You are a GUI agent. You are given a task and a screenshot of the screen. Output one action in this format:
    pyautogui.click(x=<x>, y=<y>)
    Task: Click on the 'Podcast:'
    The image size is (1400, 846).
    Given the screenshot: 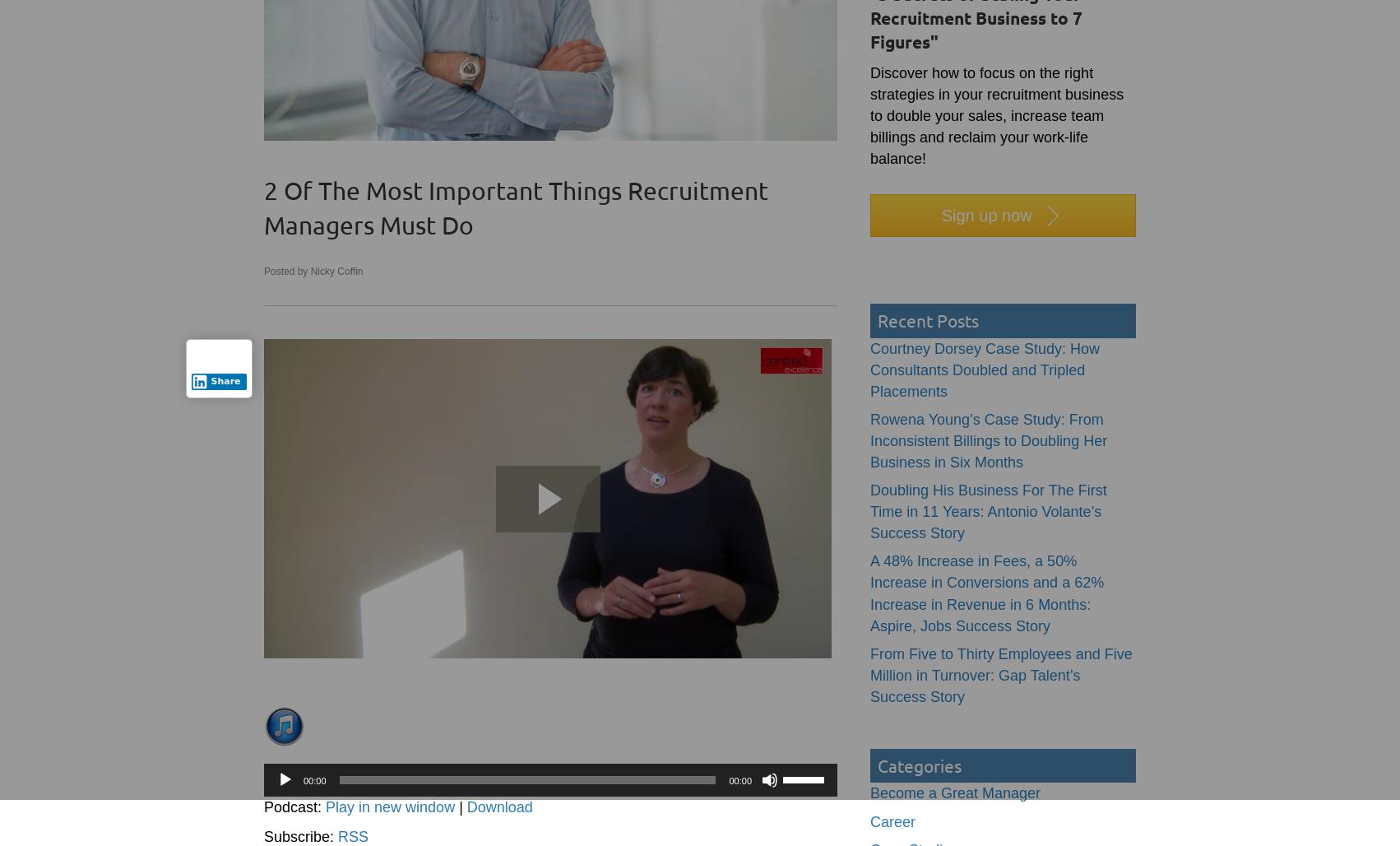 What is the action you would take?
    pyautogui.click(x=263, y=806)
    